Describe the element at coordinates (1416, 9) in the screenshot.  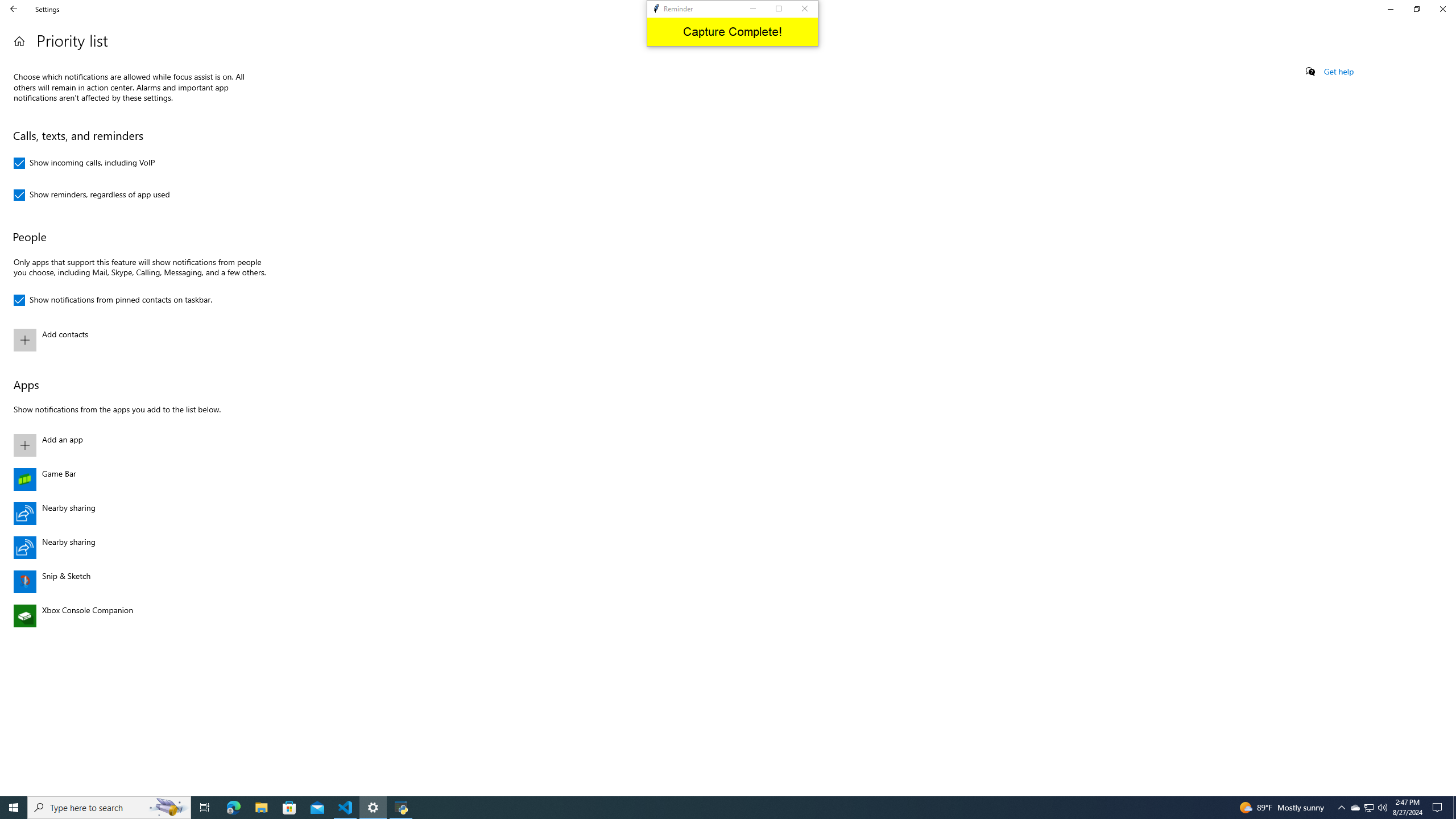
I see `'Restore Settings'` at that location.